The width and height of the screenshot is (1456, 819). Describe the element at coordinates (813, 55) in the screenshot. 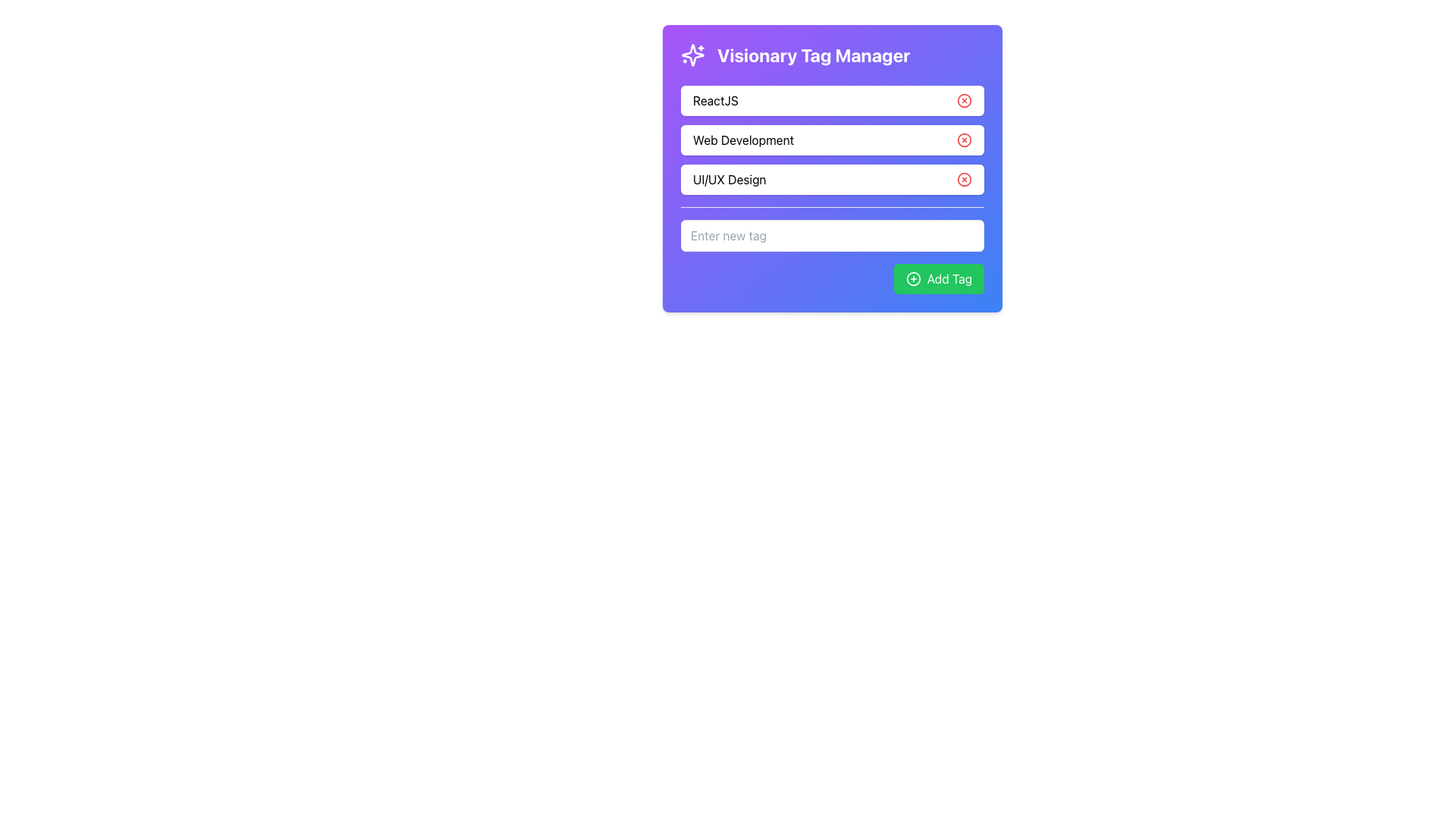

I see `the text label indicating the purpose of managing tags, located at the top right of the sparkles icon on the card interface` at that location.